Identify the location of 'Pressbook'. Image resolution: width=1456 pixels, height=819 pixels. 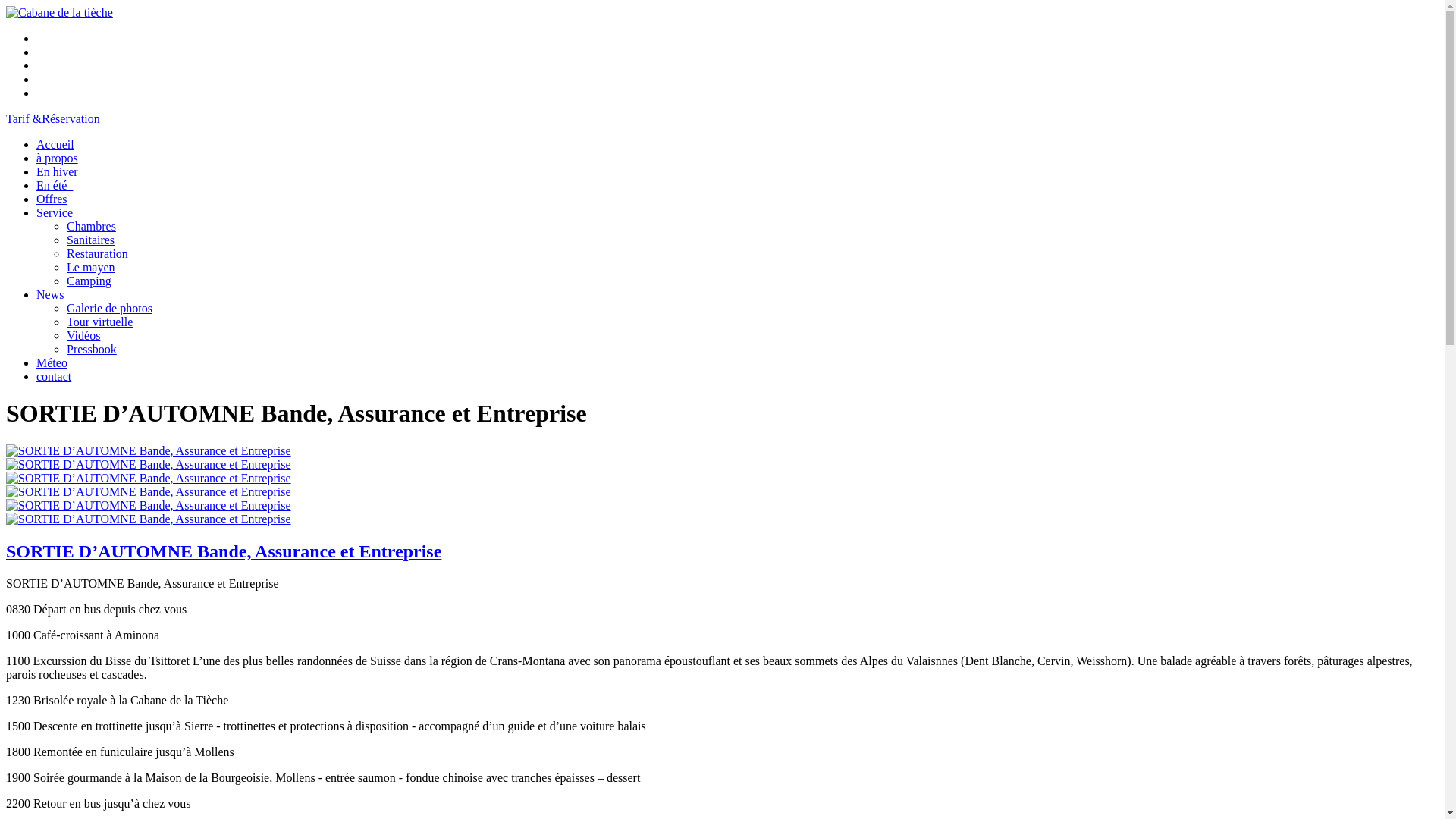
(90, 349).